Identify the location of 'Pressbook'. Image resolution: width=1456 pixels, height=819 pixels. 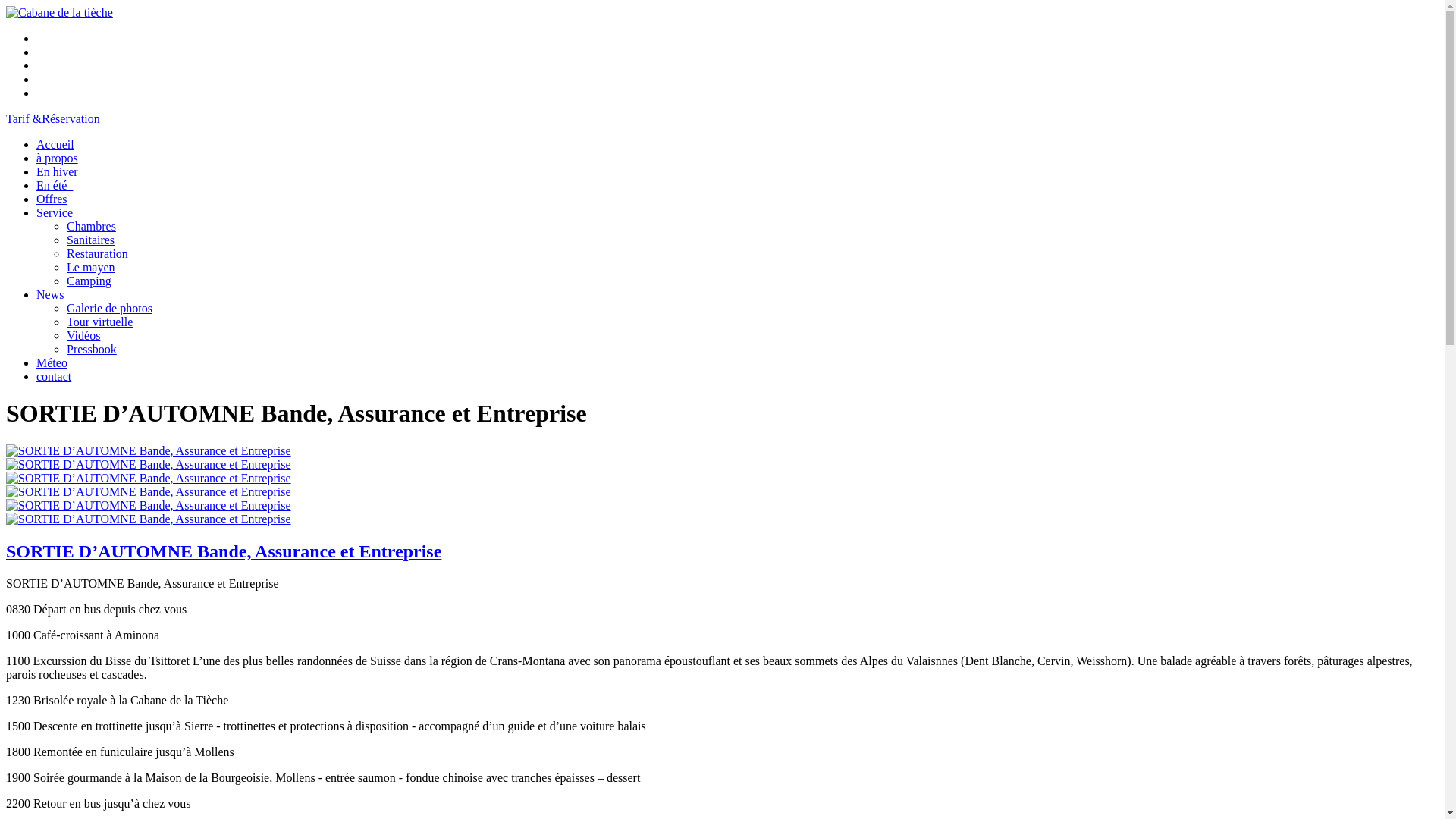
(90, 349).